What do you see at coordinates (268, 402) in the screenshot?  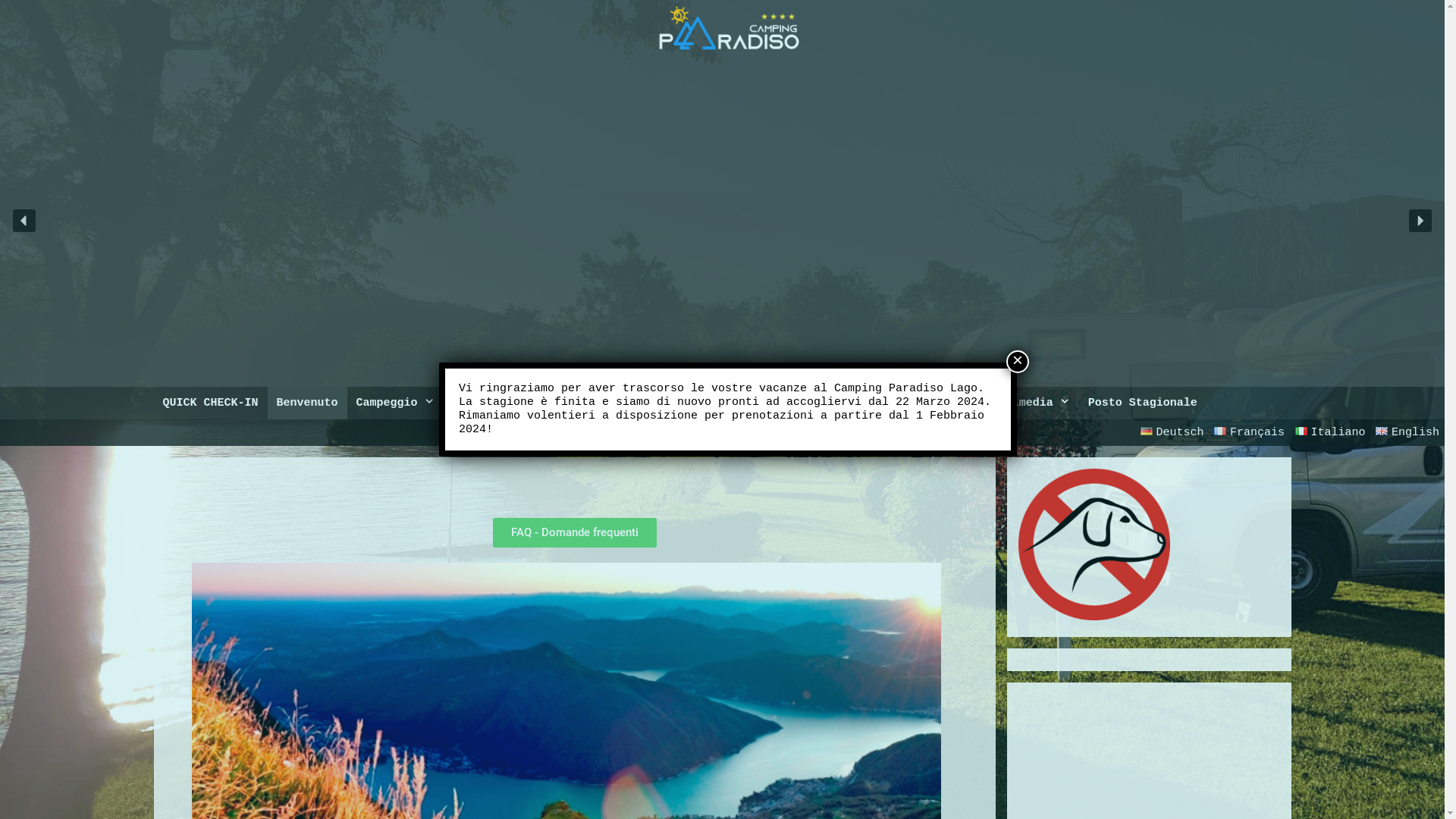 I see `'Benvenuto'` at bounding box center [268, 402].